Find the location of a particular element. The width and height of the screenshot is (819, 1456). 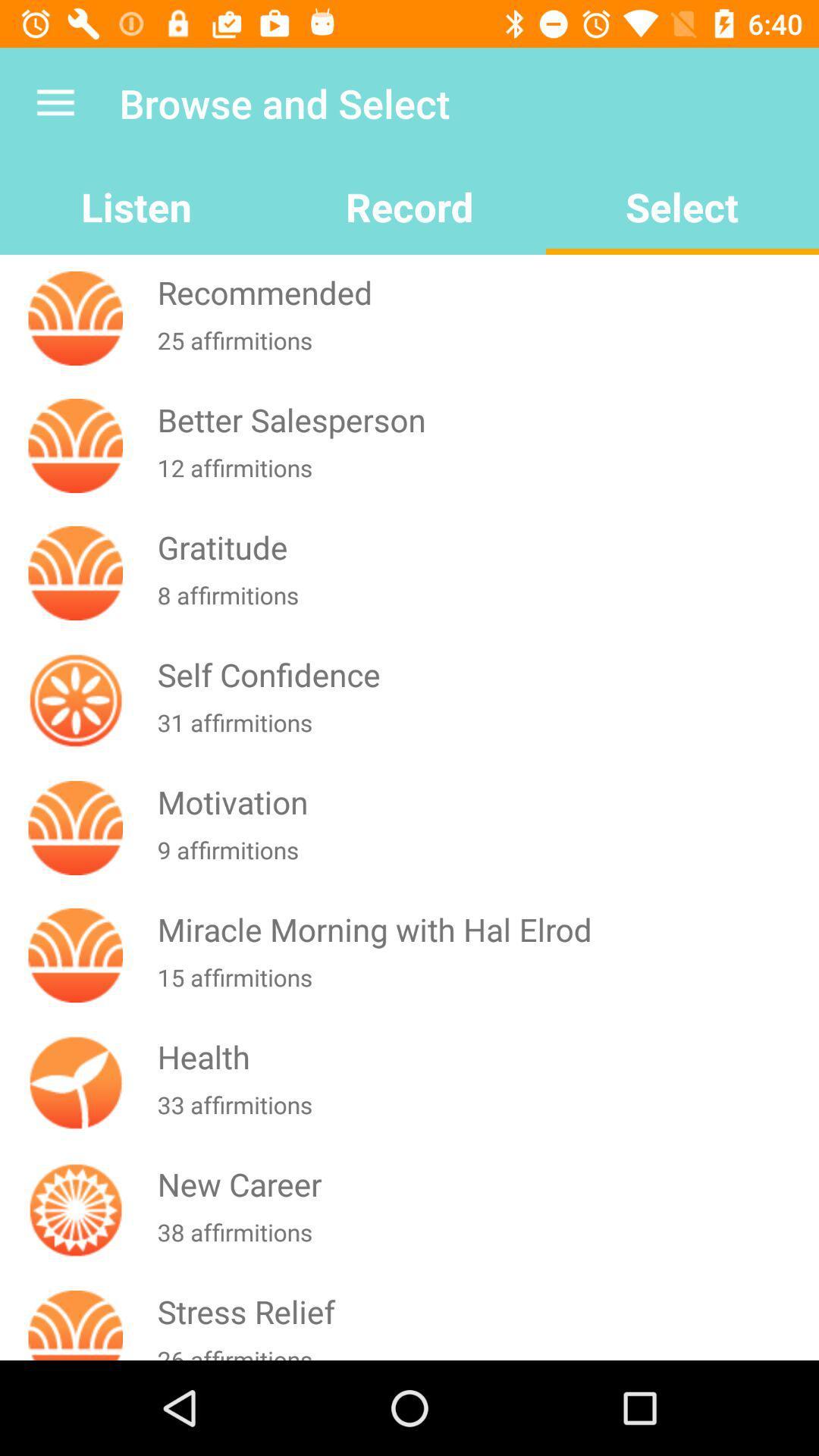

8 affirmitions is located at coordinates (485, 604).